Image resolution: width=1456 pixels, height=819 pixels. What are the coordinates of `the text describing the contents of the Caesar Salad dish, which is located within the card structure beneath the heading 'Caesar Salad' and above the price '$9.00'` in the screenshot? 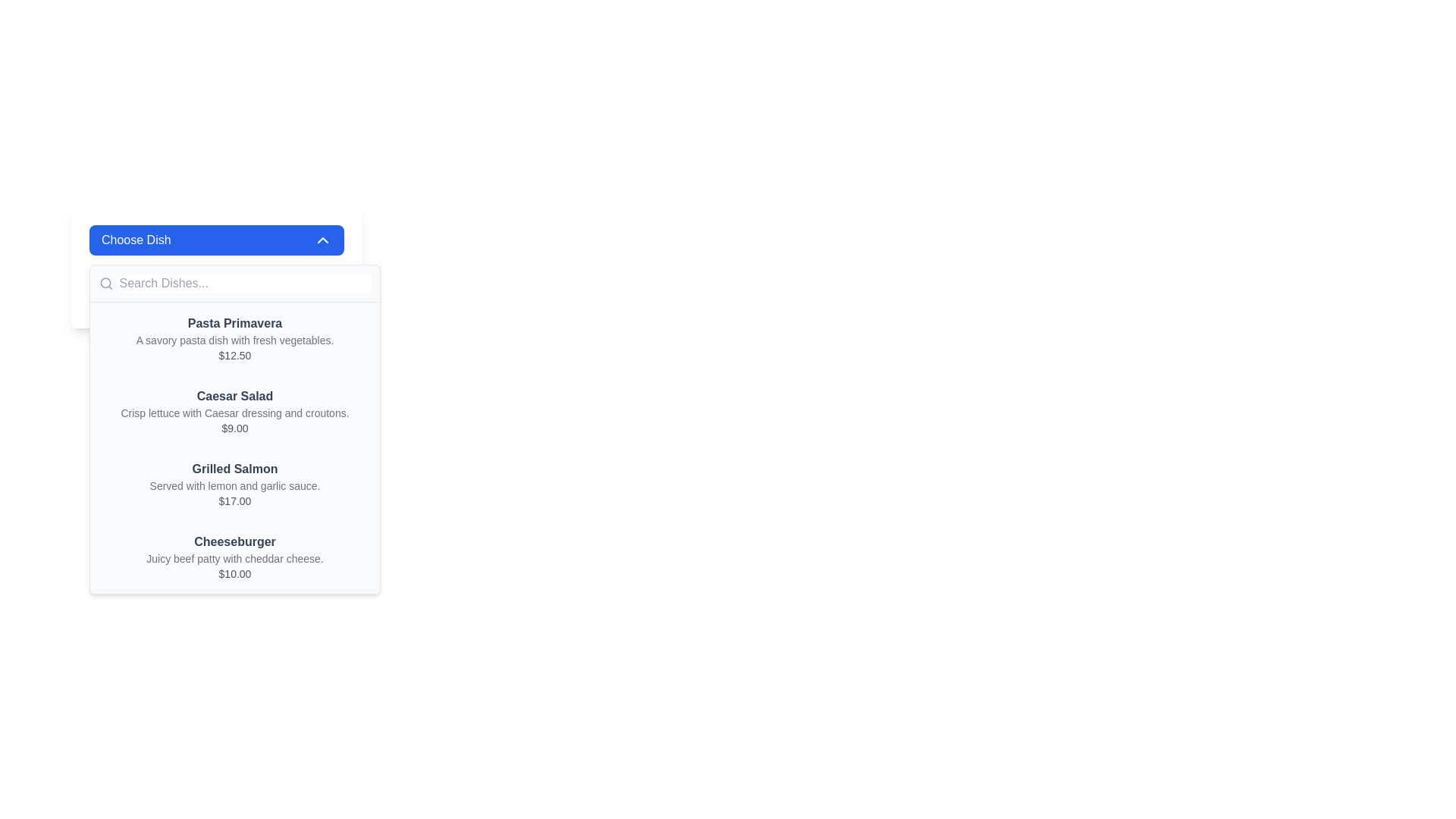 It's located at (234, 413).